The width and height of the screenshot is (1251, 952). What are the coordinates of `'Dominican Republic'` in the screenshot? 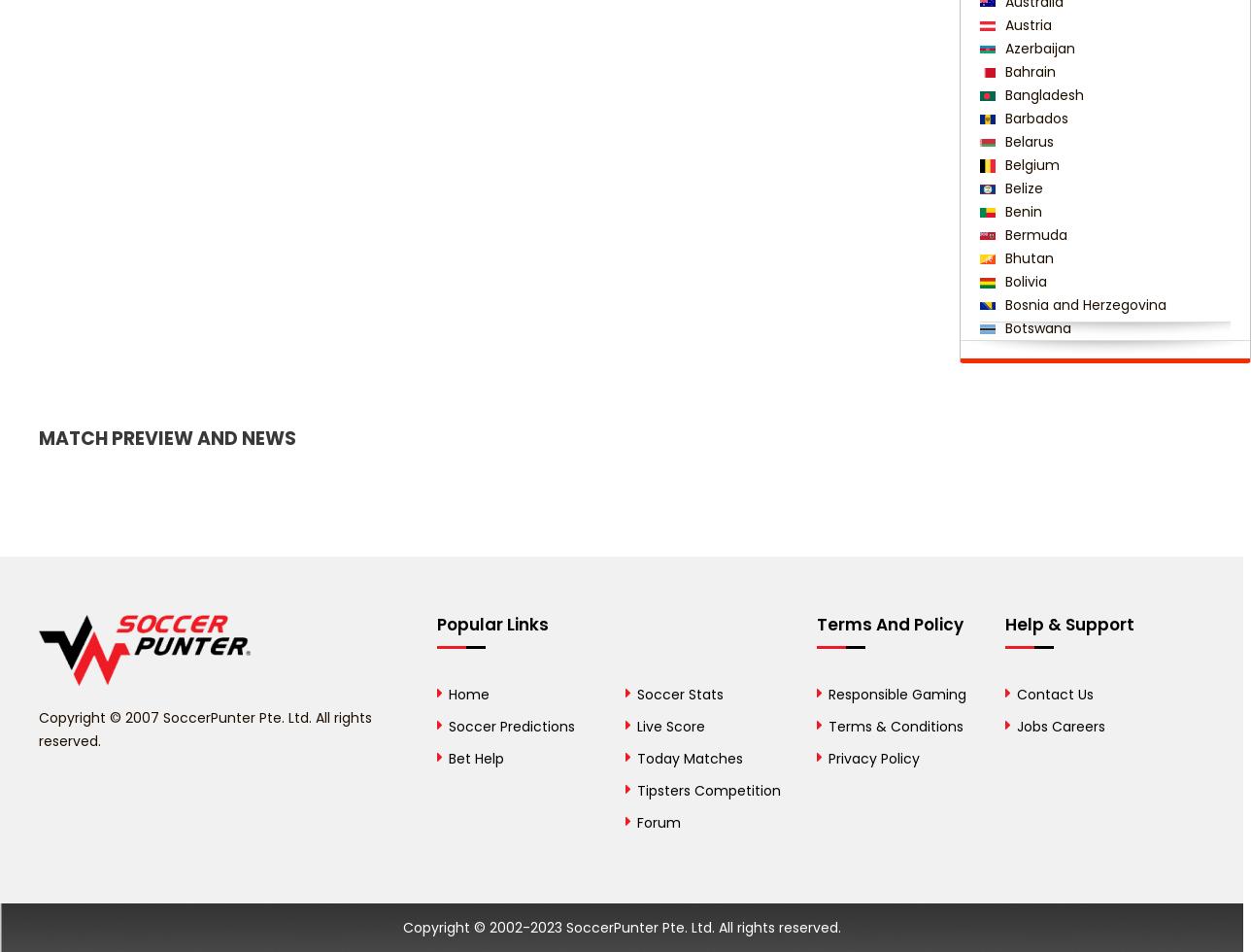 It's located at (1070, 888).